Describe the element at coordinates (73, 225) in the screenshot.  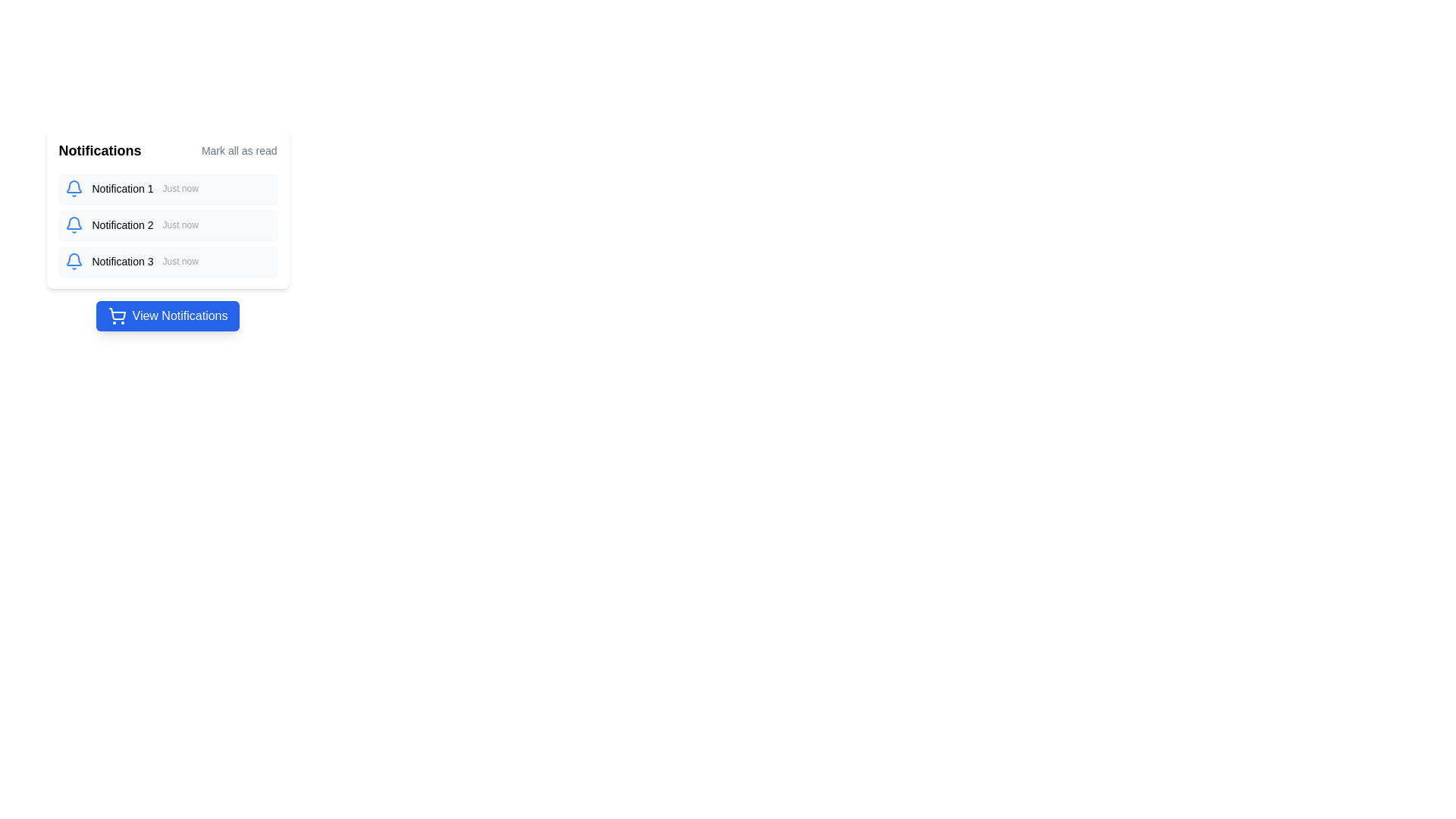
I see `the blue notification bell icon located to the far left of 'Notification 2'` at that location.